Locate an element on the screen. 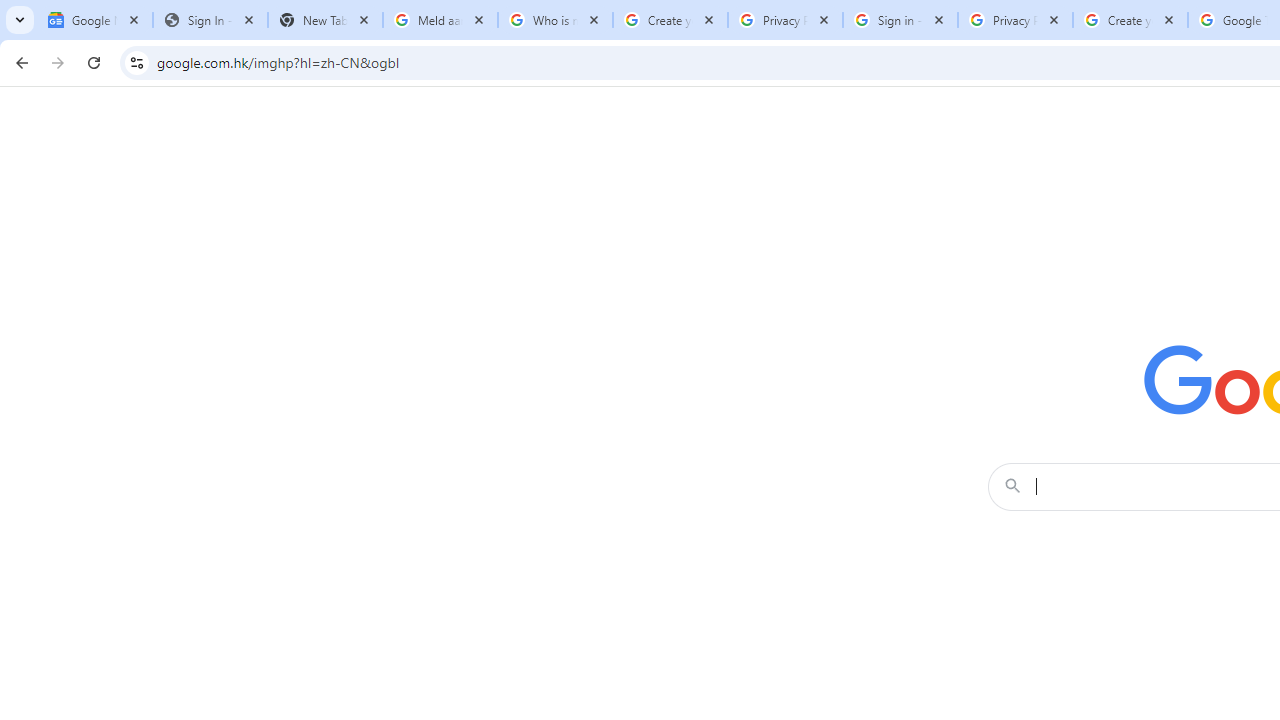 This screenshot has width=1280, height=720. 'New Tab' is located at coordinates (325, 20).